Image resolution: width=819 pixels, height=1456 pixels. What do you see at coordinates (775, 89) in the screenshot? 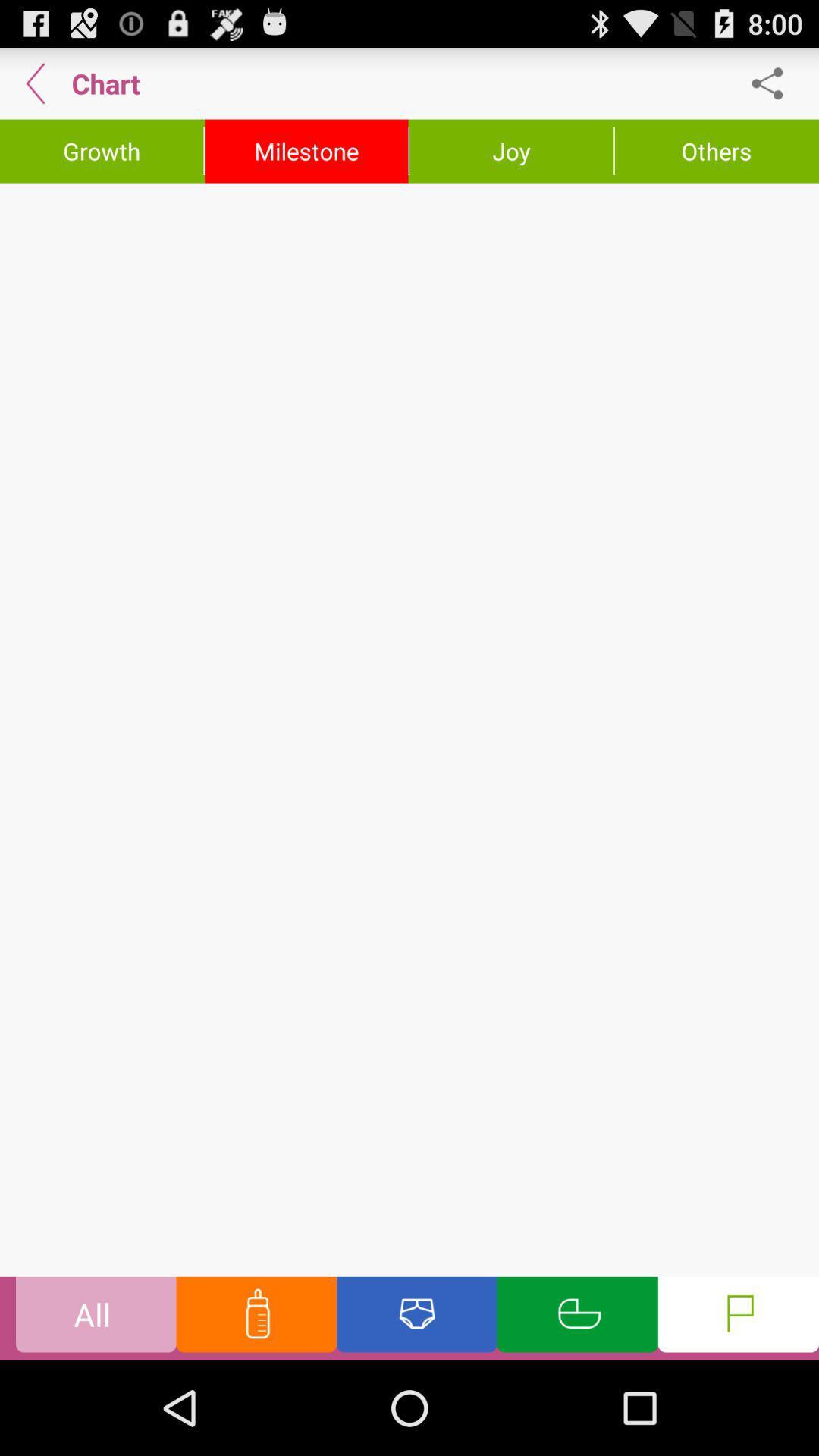
I see `the share icon` at bounding box center [775, 89].